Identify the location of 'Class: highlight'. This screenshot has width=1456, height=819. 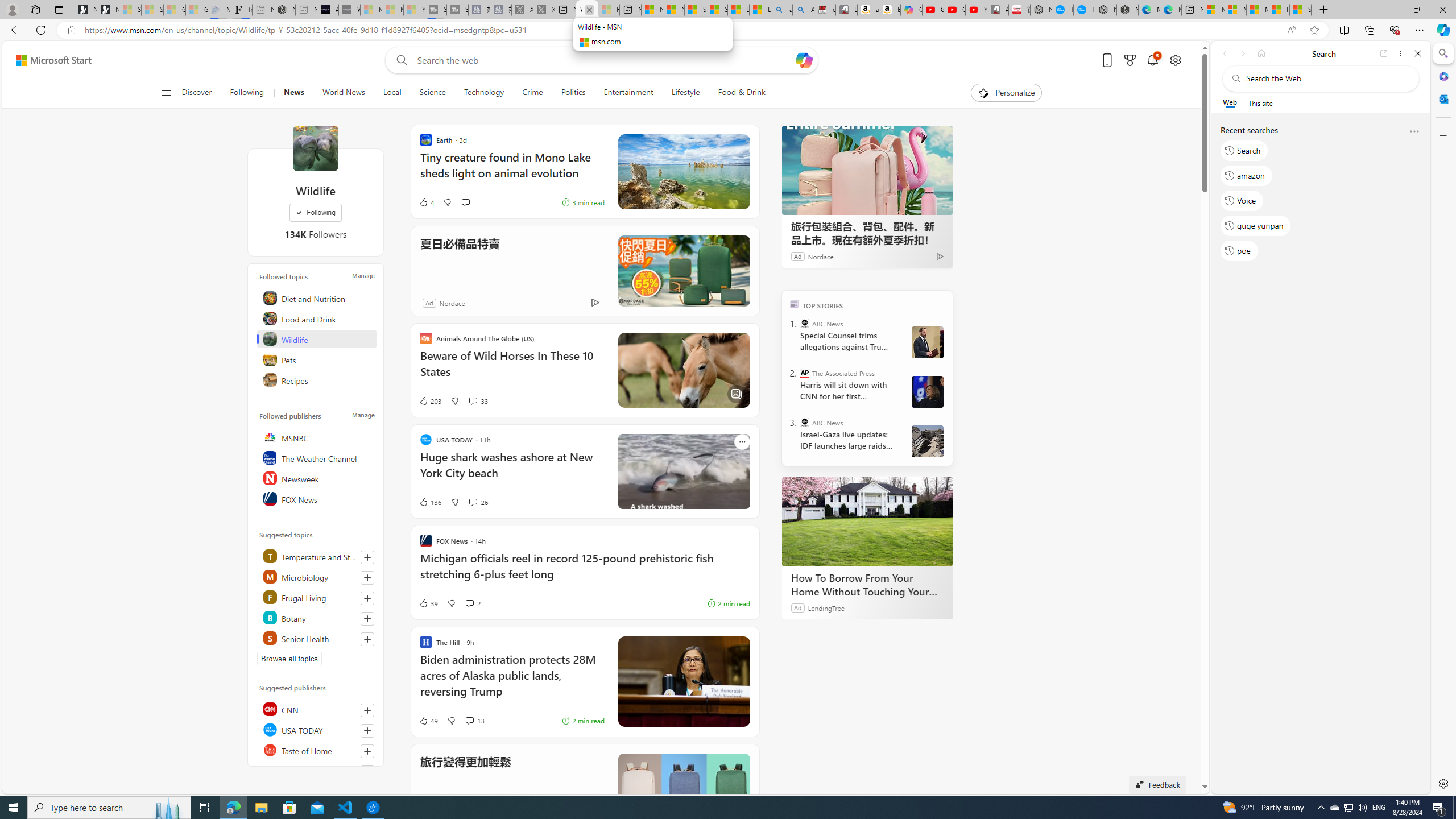
(317, 638).